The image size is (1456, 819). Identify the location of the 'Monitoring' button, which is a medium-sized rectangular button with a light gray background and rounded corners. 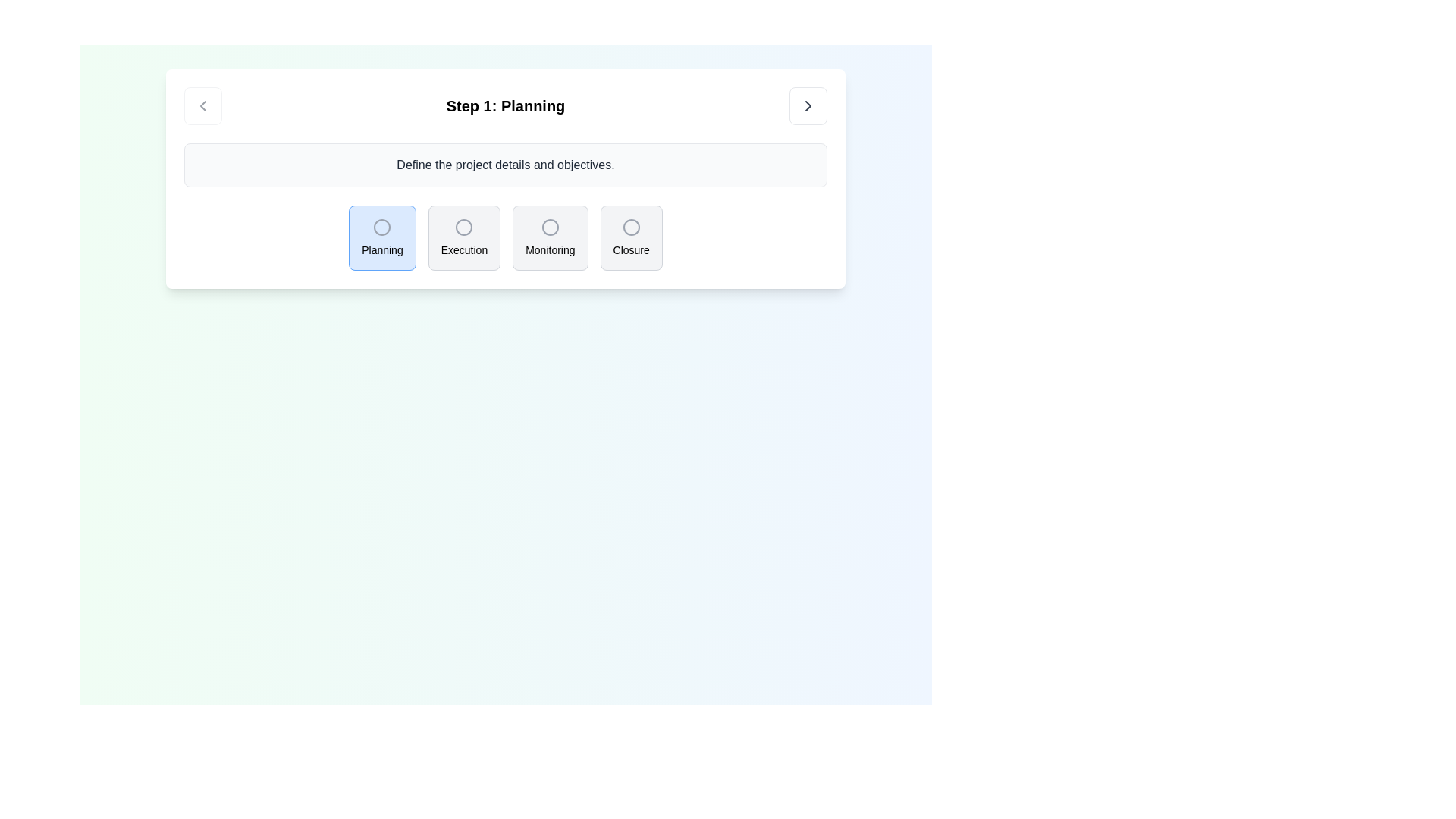
(549, 237).